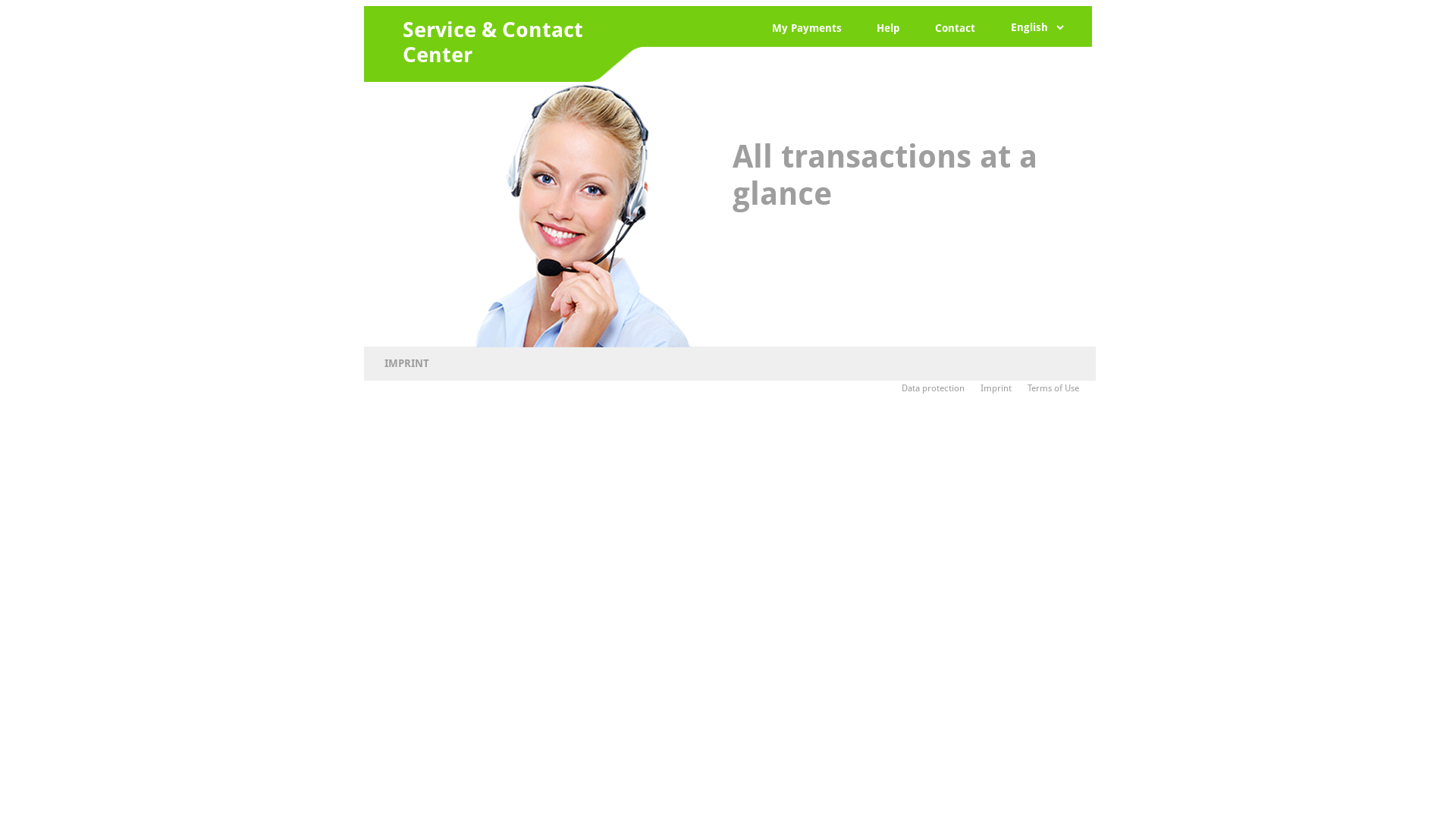 This screenshot has height=819, width=1456. I want to click on 'Data protection', so click(938, 388).